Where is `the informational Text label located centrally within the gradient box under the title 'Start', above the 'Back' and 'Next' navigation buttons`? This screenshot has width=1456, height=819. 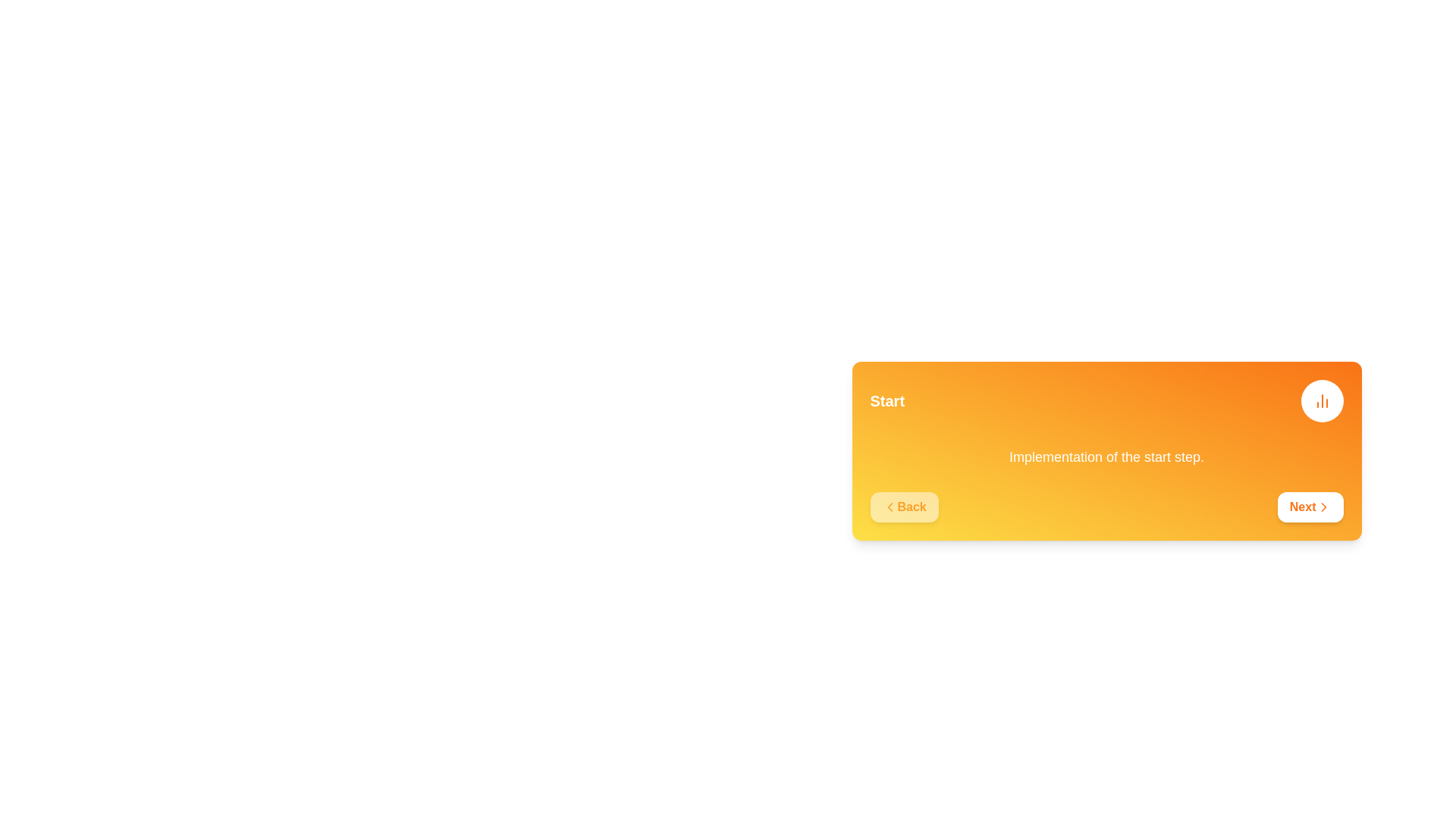 the informational Text label located centrally within the gradient box under the title 'Start', above the 'Back' and 'Next' navigation buttons is located at coordinates (1106, 456).